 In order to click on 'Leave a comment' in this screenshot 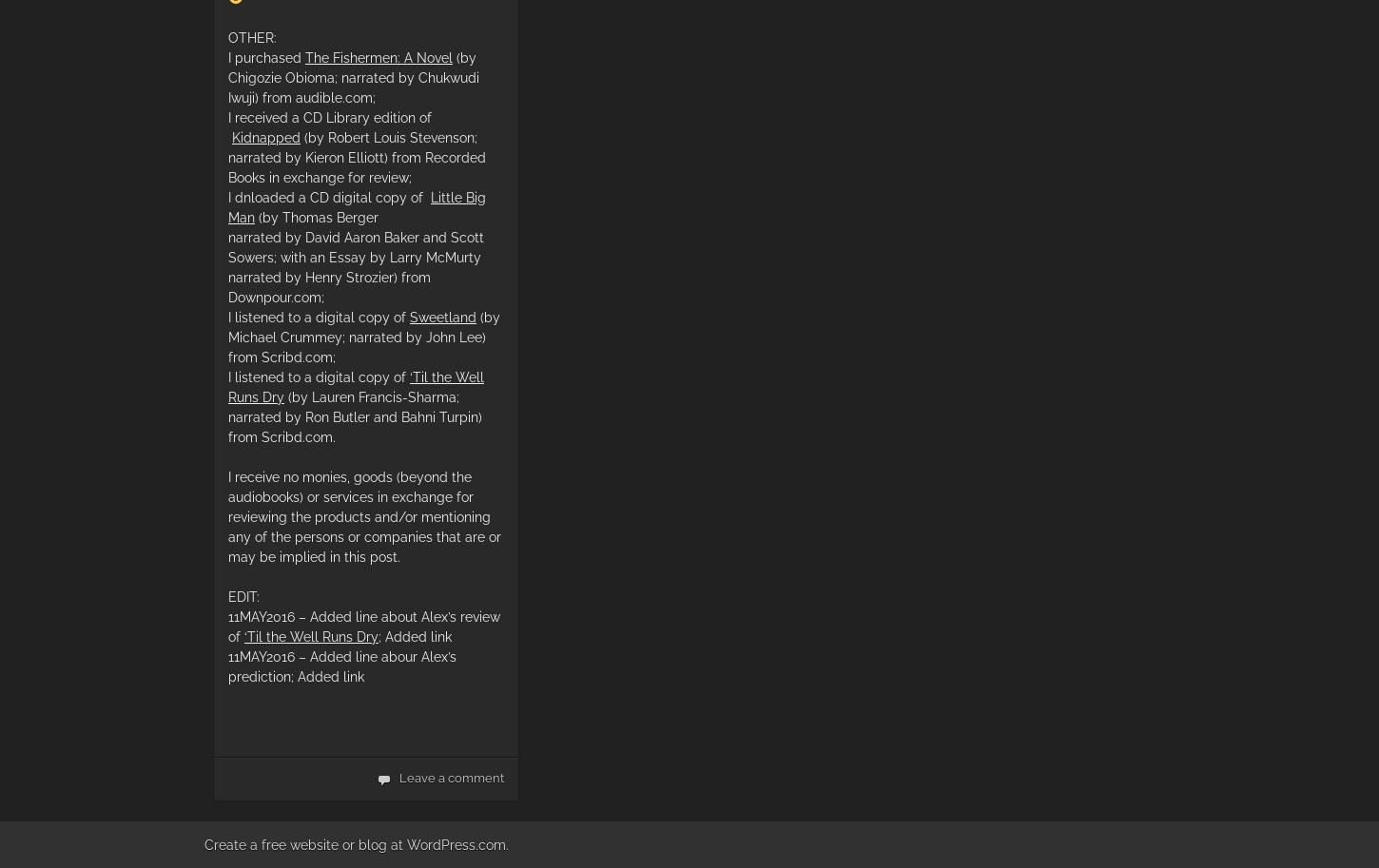, I will do `click(451, 777)`.